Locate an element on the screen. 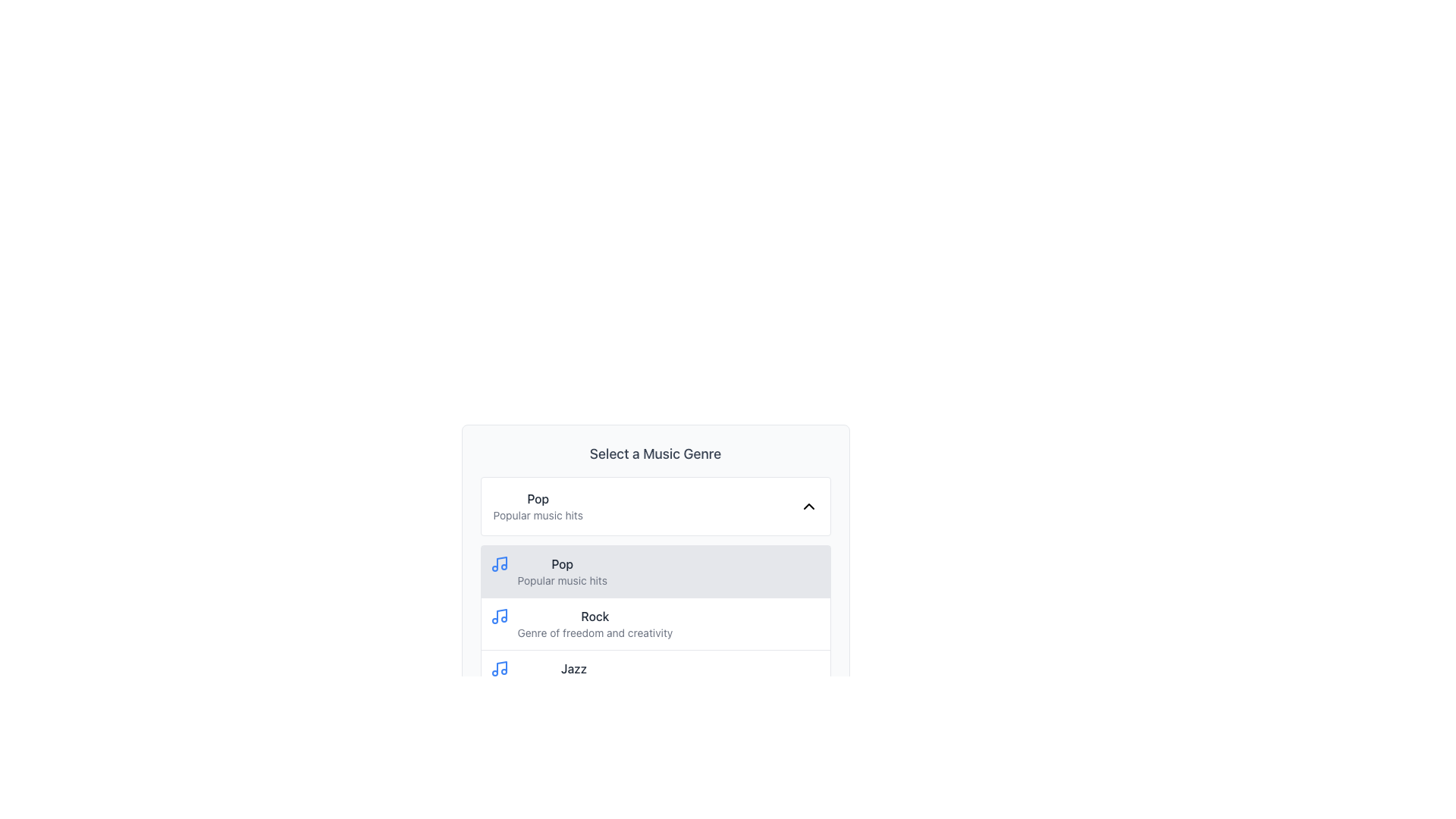 Image resolution: width=1456 pixels, height=819 pixels. the blue music icon styled with two eighth notes, which is located to the far left of the light gray rectangular selection box containing the text 'Pop' and 'Popular music hits' is located at coordinates (499, 564).